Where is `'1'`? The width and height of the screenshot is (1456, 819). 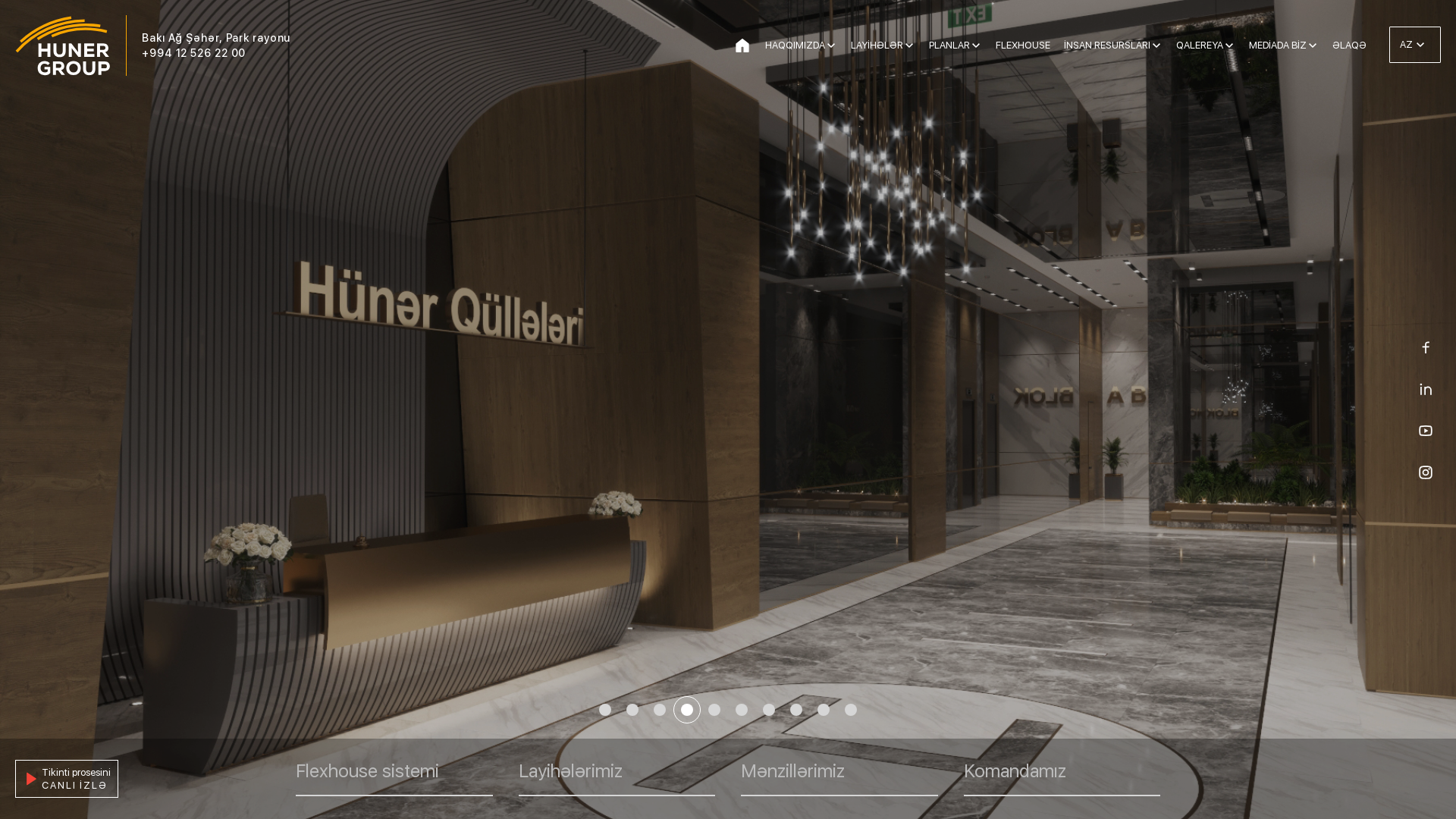
'1' is located at coordinates (604, 710).